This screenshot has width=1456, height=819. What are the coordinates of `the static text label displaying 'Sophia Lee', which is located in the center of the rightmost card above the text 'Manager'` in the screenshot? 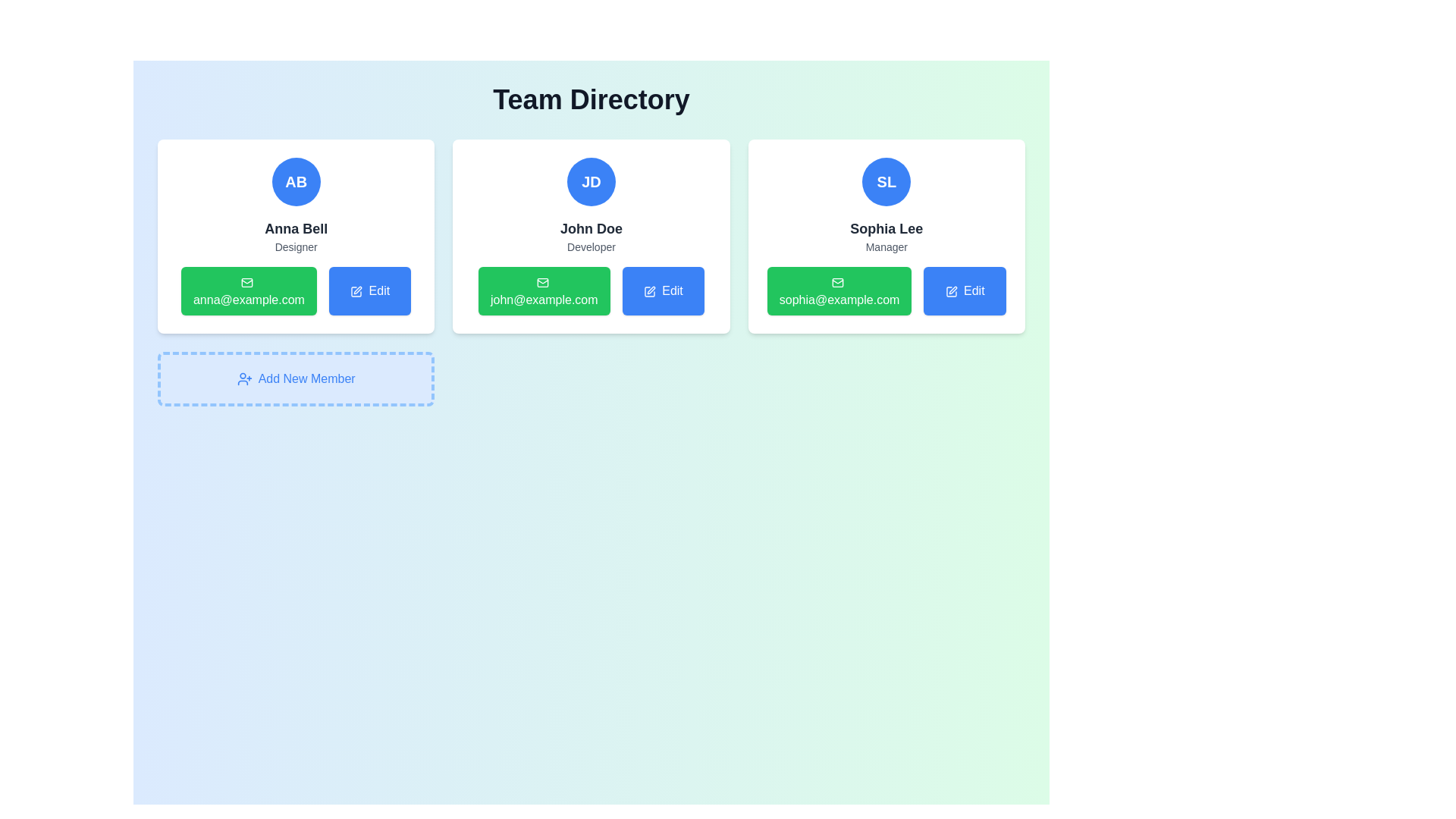 It's located at (886, 228).